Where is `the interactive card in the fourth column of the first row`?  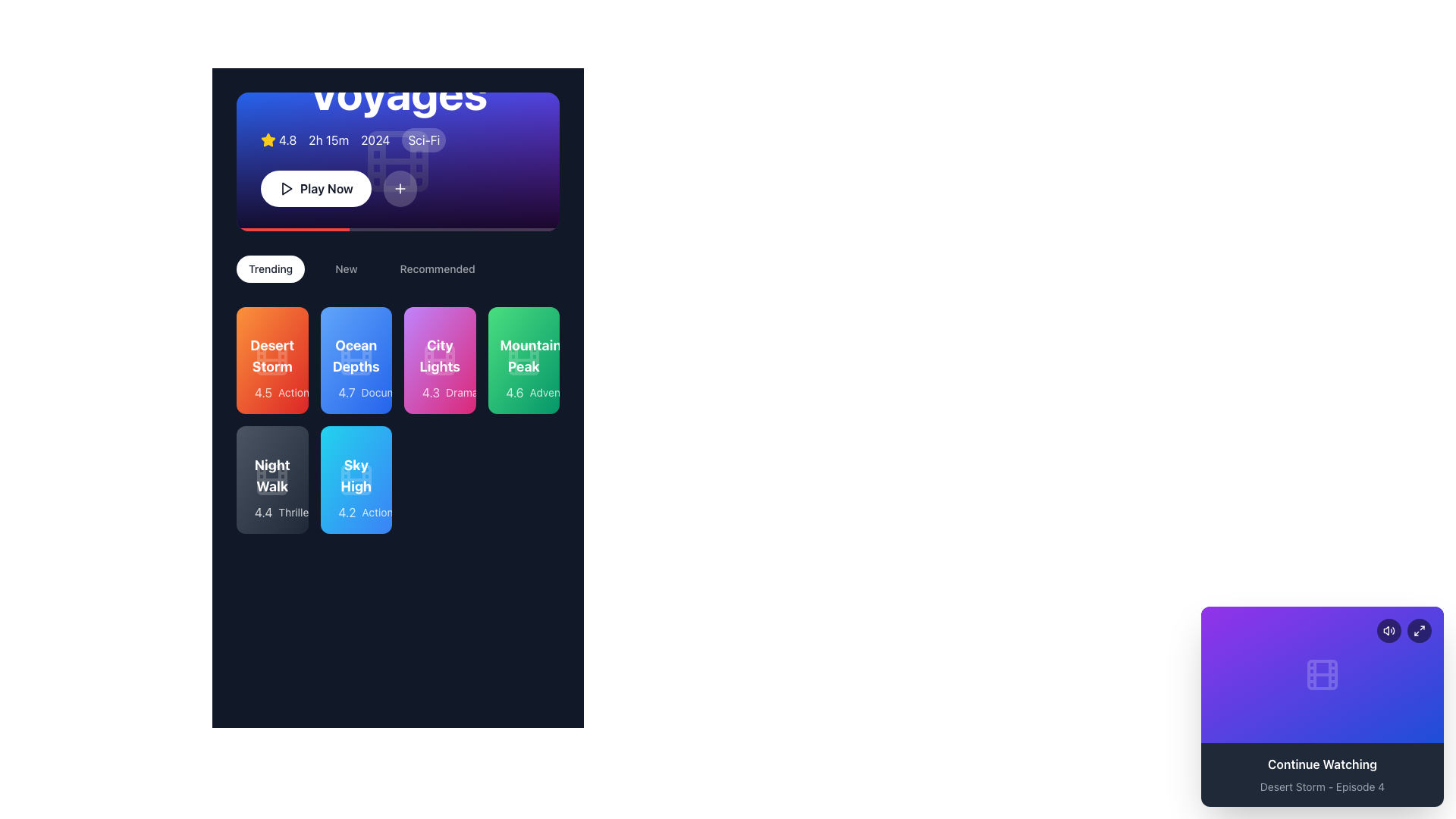
the interactive card in the fourth column of the first row is located at coordinates (523, 360).